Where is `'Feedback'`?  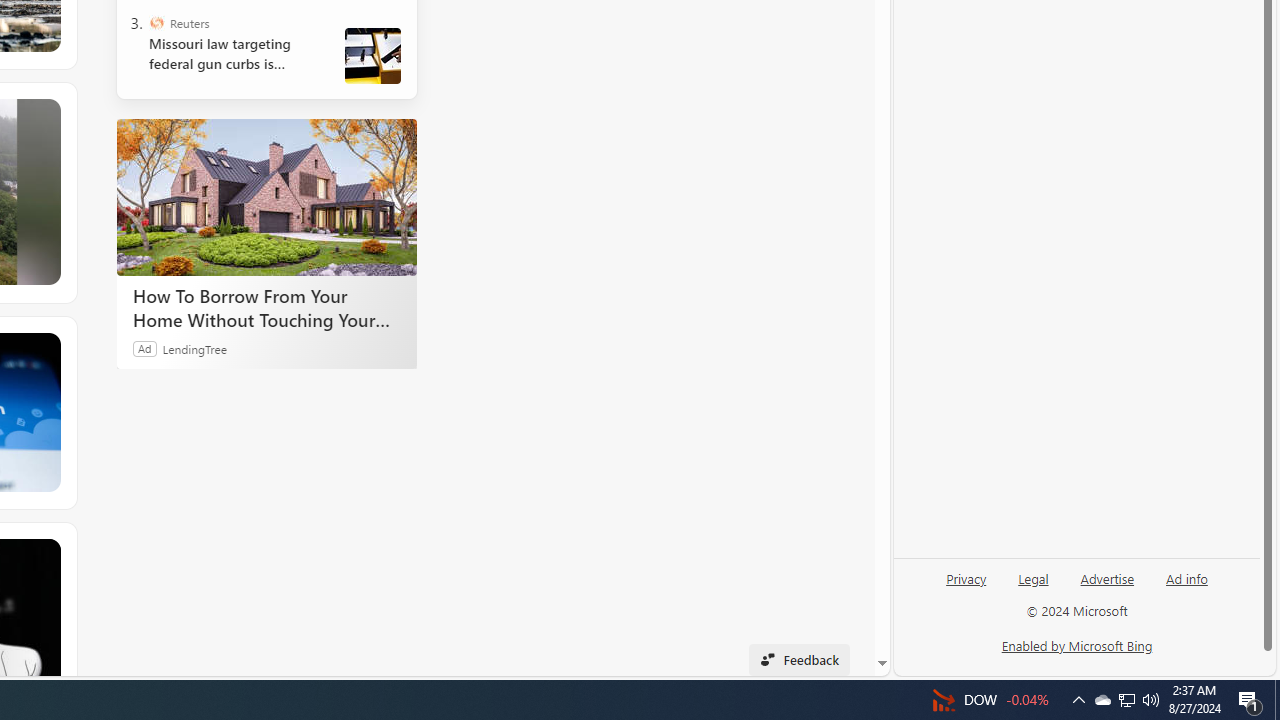 'Feedback' is located at coordinates (798, 659).